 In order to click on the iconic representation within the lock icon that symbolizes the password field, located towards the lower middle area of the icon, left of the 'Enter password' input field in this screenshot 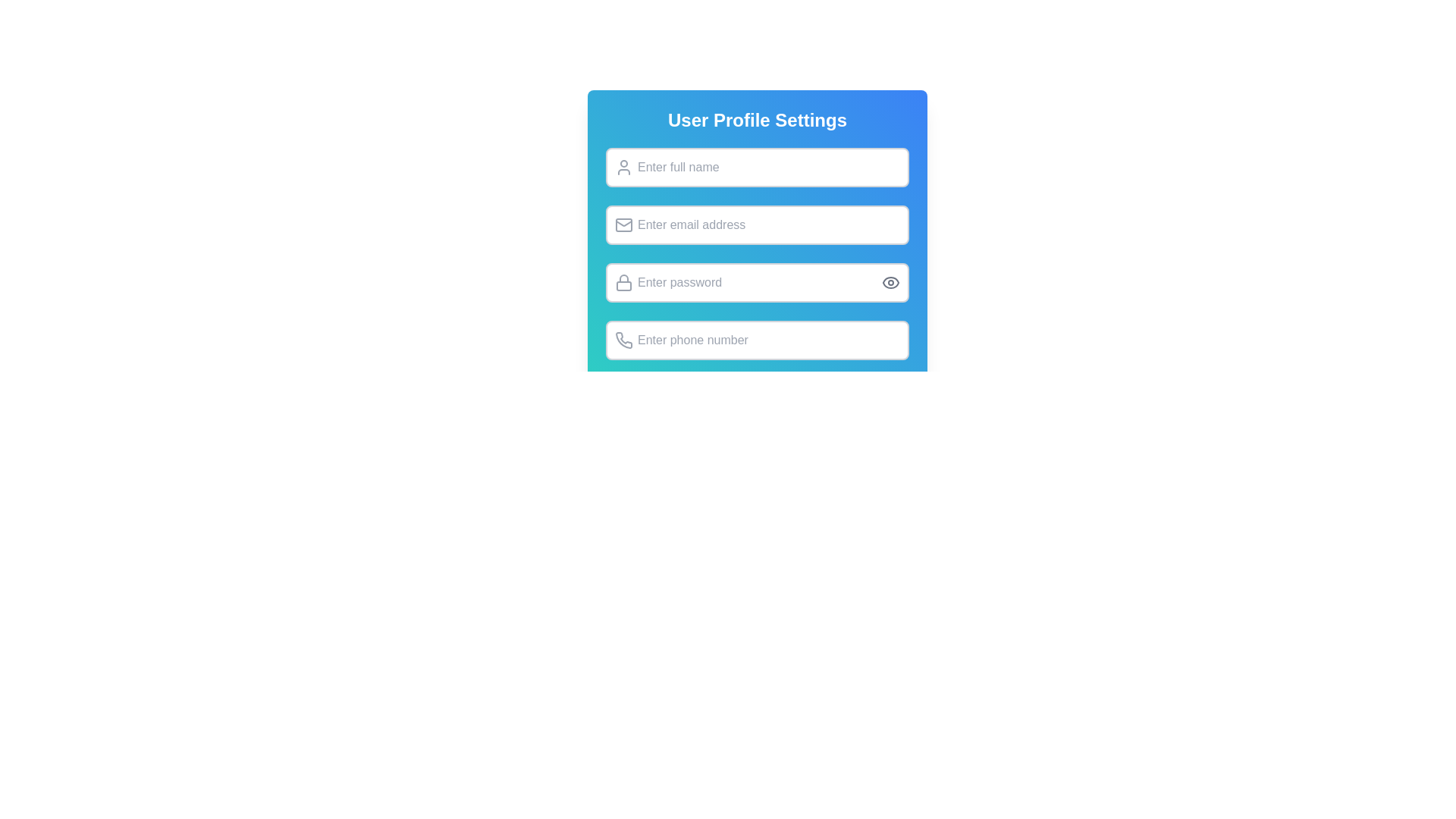, I will do `click(623, 286)`.